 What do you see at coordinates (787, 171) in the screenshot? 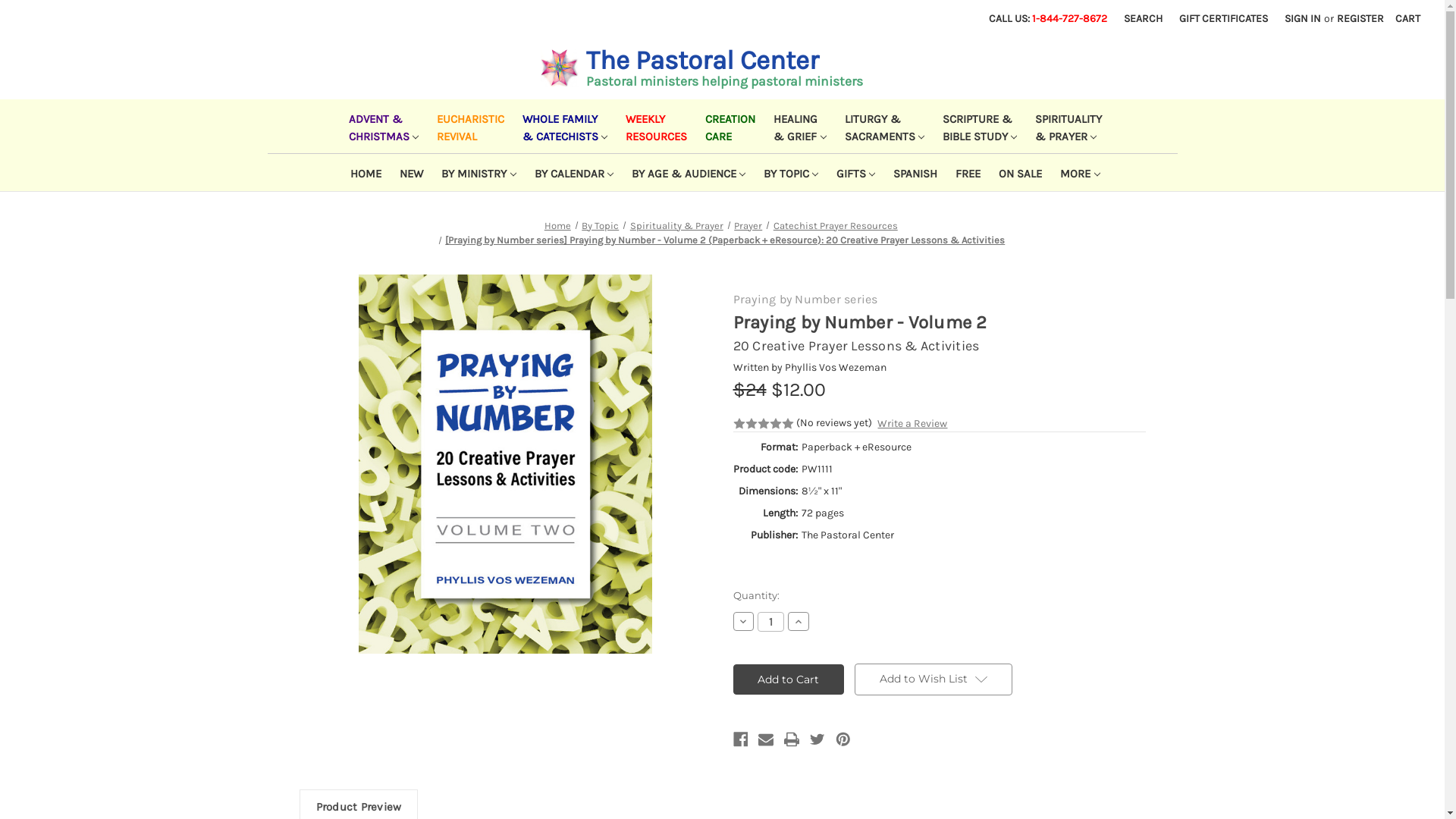
I see `'BY TOPIC'` at bounding box center [787, 171].